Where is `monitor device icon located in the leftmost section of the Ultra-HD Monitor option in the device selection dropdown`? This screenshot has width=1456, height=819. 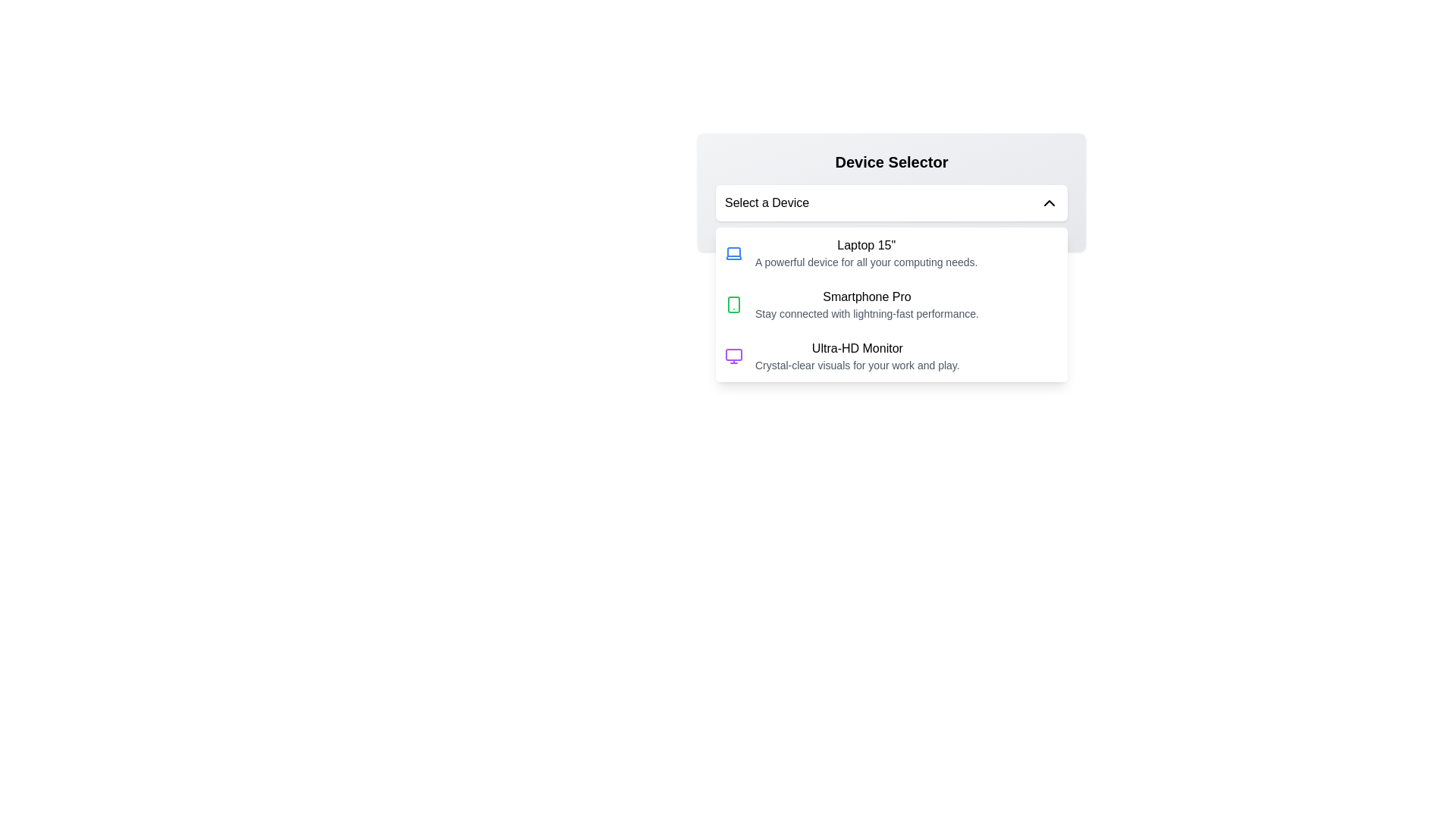 monitor device icon located in the leftmost section of the Ultra-HD Monitor option in the device selection dropdown is located at coordinates (734, 356).